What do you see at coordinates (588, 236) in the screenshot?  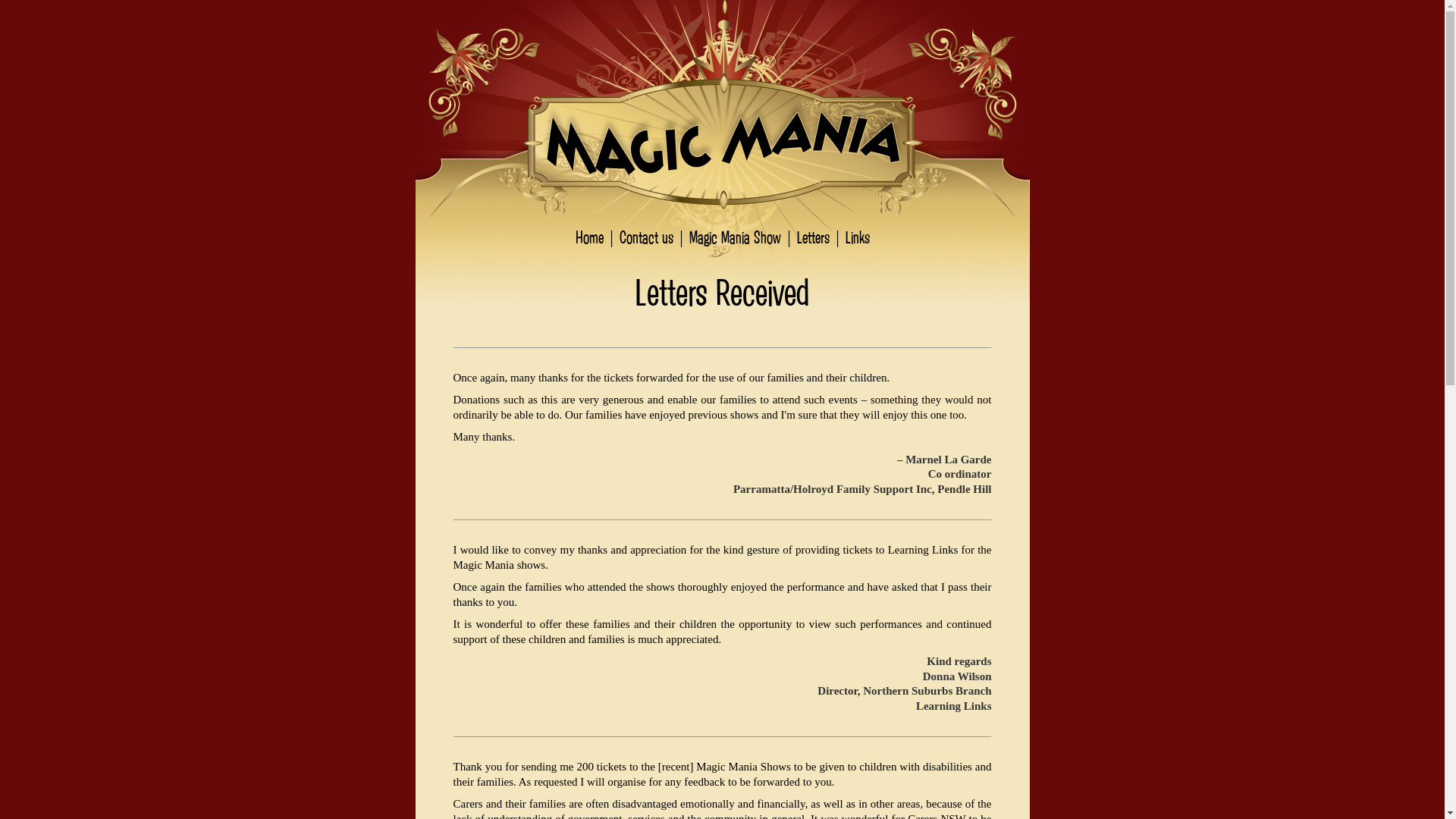 I see `'Home'` at bounding box center [588, 236].